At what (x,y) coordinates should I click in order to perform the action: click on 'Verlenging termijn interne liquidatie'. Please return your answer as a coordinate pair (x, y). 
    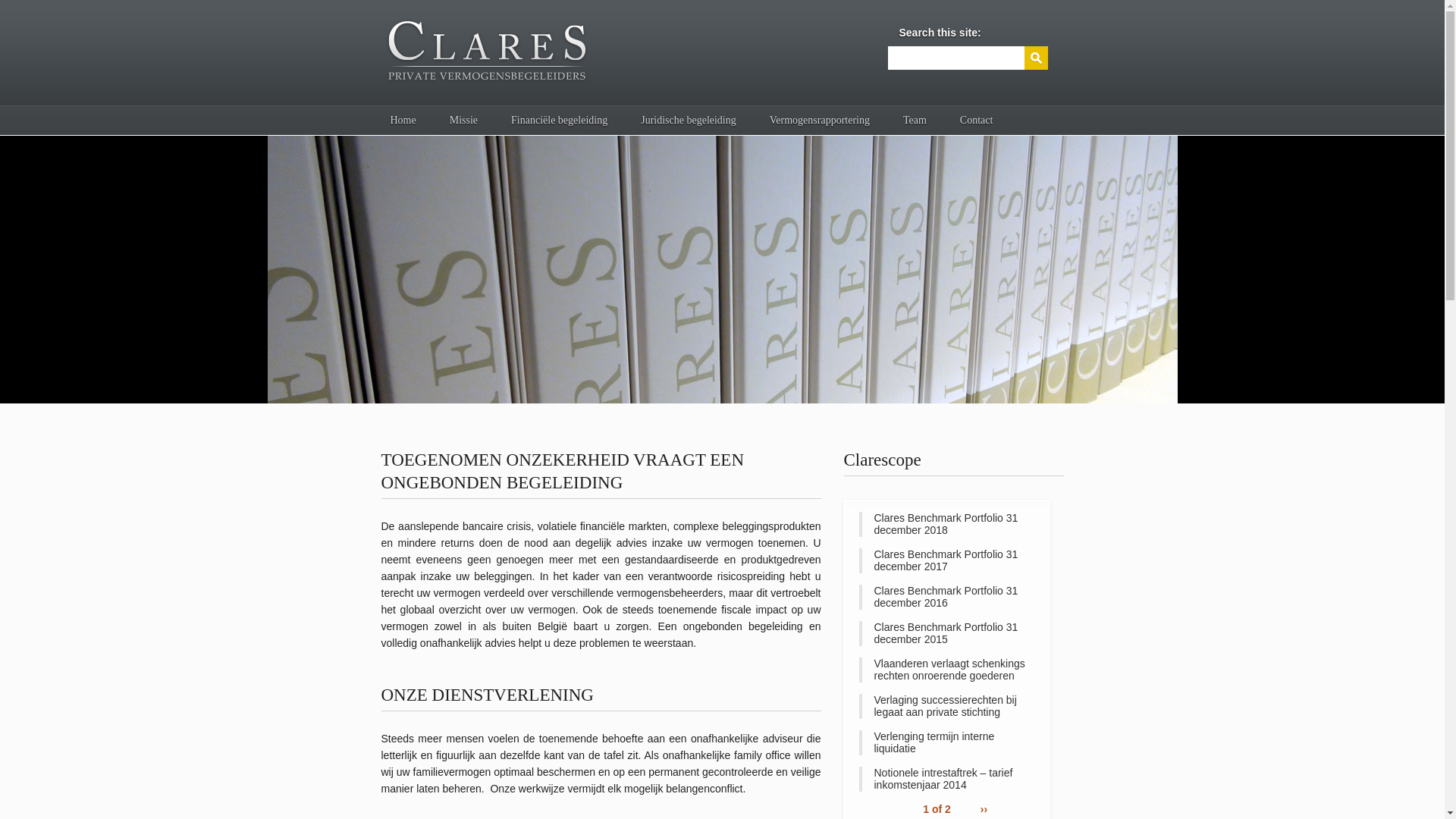
    Looking at the image, I should click on (945, 742).